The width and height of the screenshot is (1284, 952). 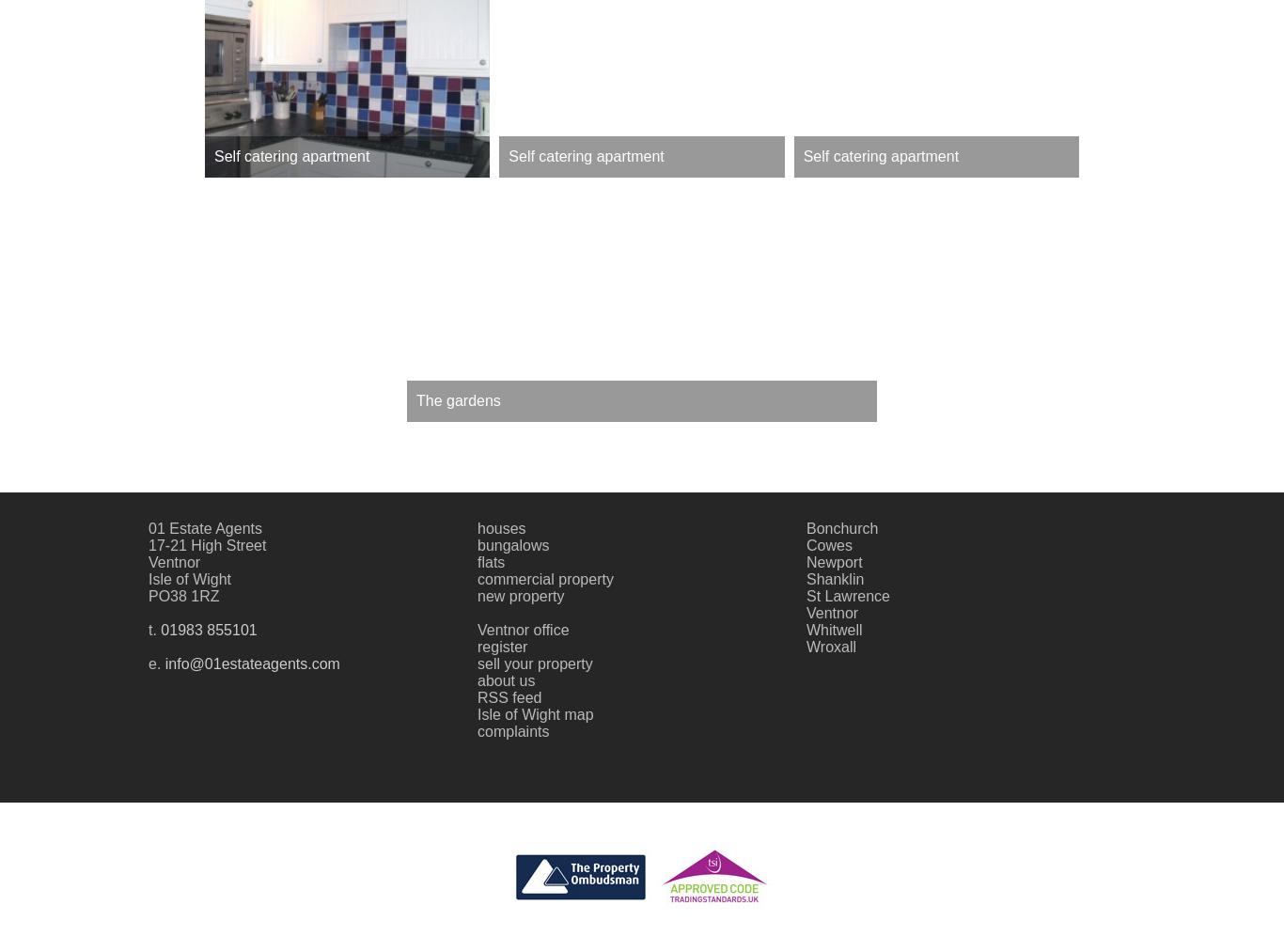 I want to click on 'e.', so click(x=155, y=662).